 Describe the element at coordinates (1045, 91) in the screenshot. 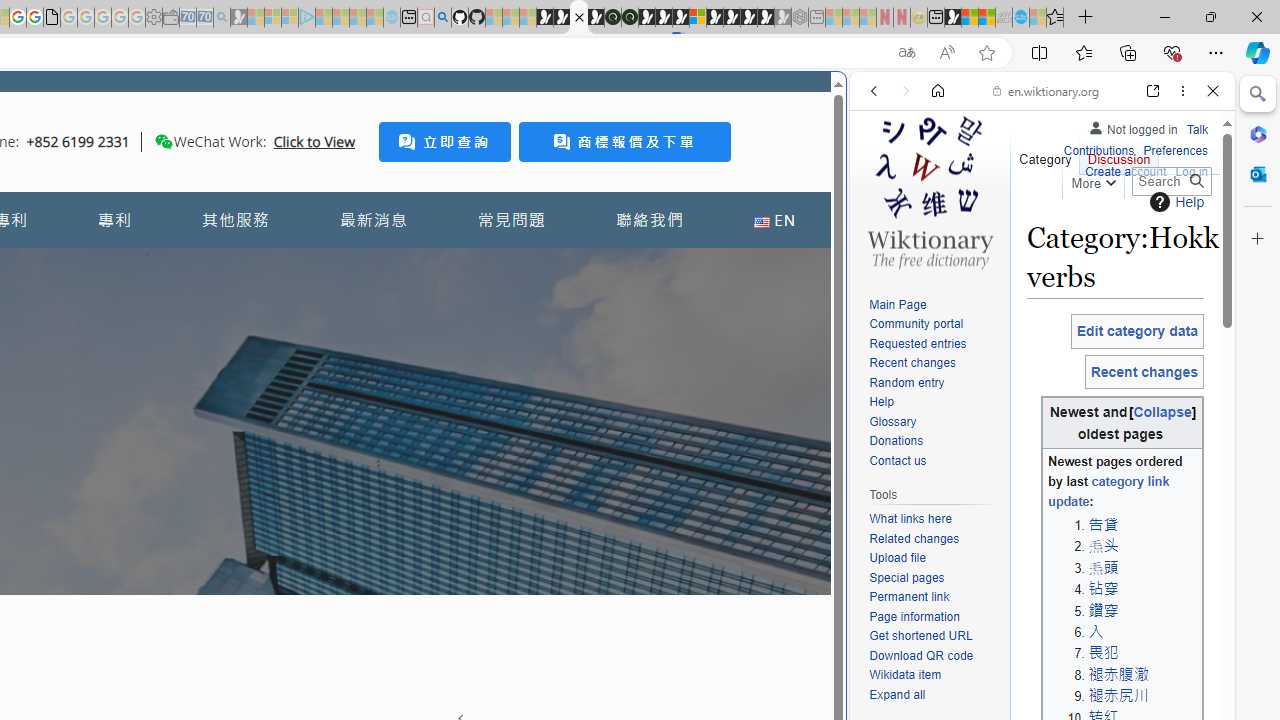

I see `'en.wiktionary.org'` at that location.